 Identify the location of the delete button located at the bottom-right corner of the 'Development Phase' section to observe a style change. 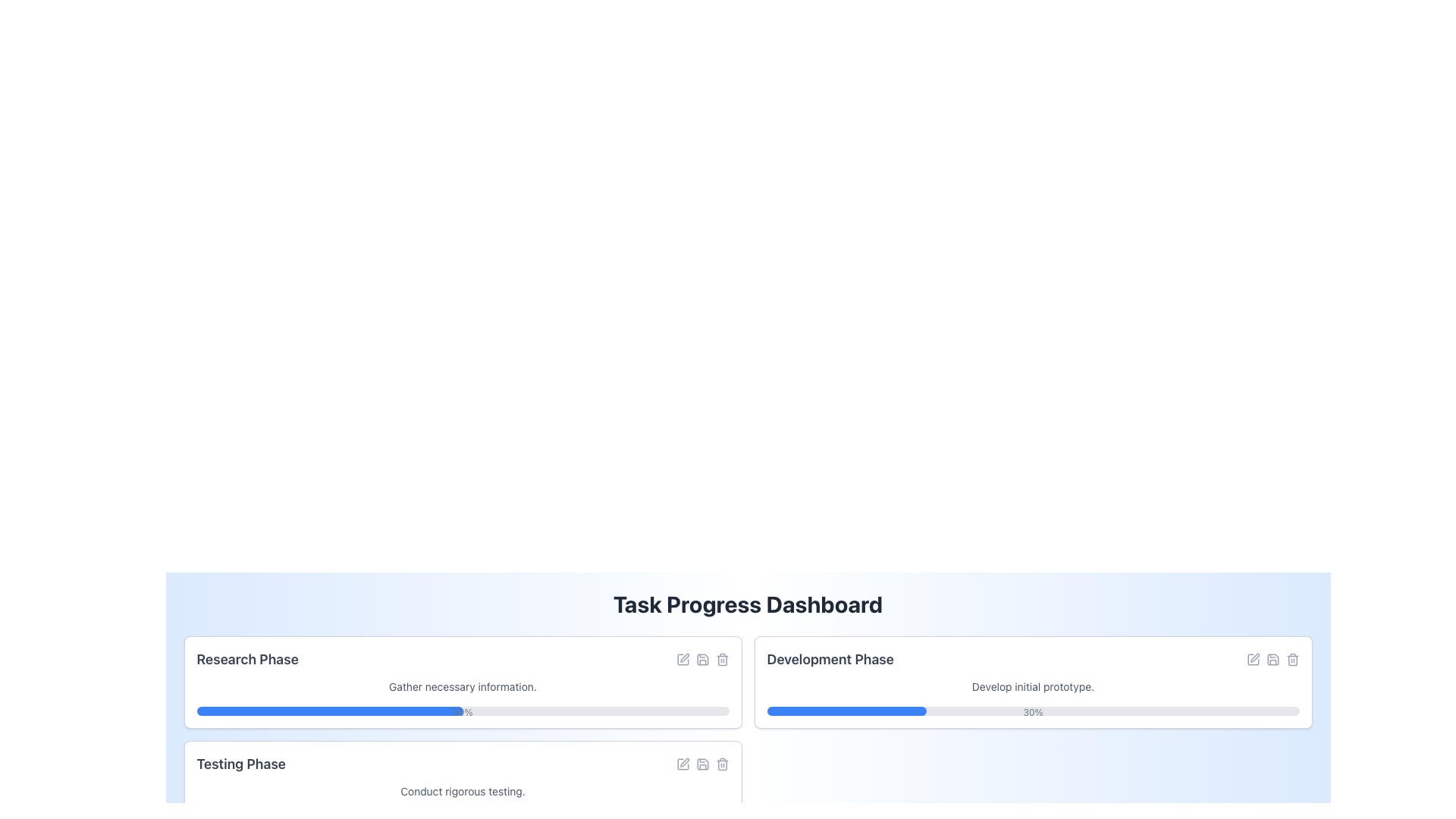
(1291, 659).